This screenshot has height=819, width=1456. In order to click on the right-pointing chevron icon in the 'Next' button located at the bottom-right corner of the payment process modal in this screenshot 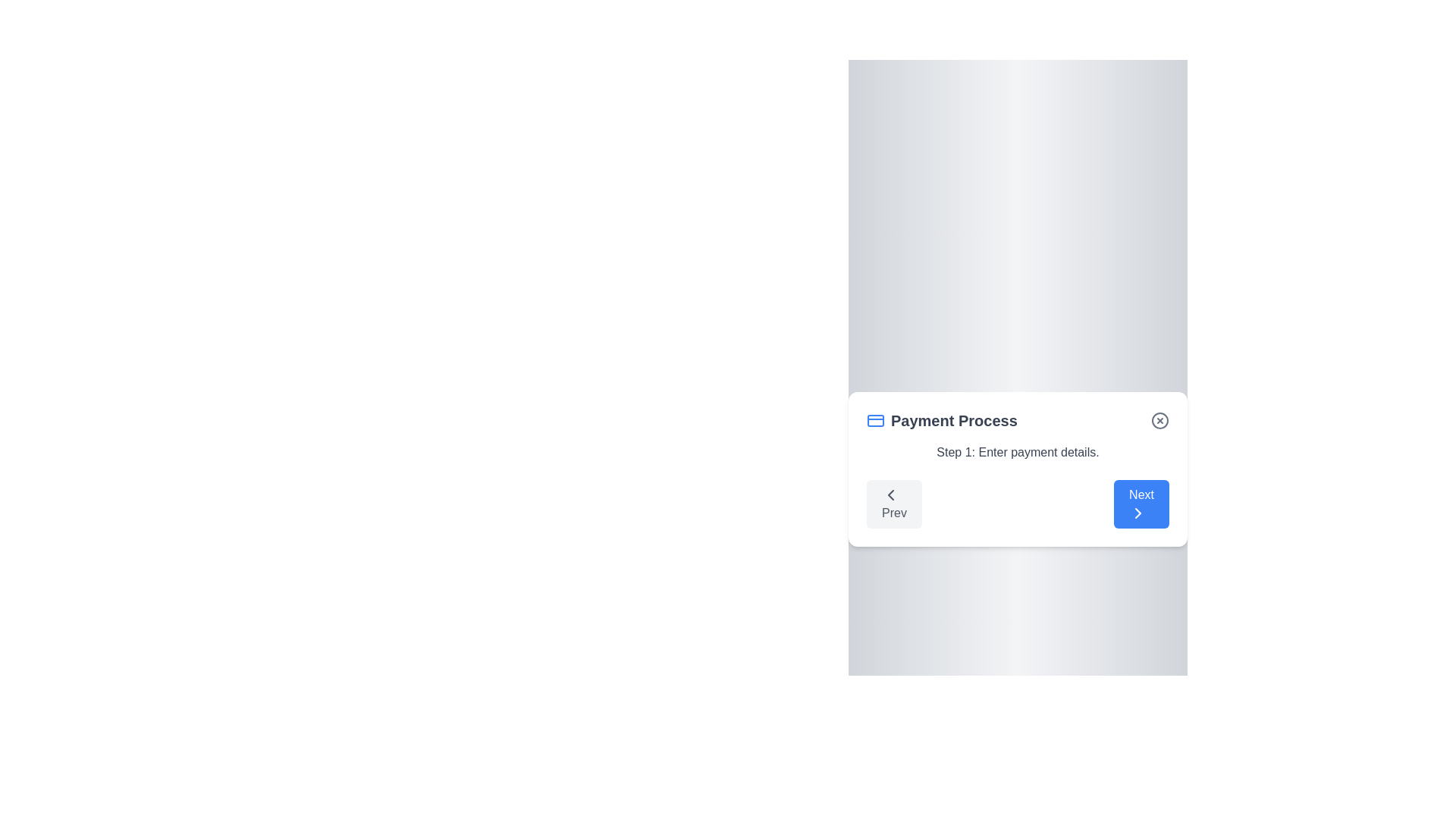, I will do `click(1138, 513)`.